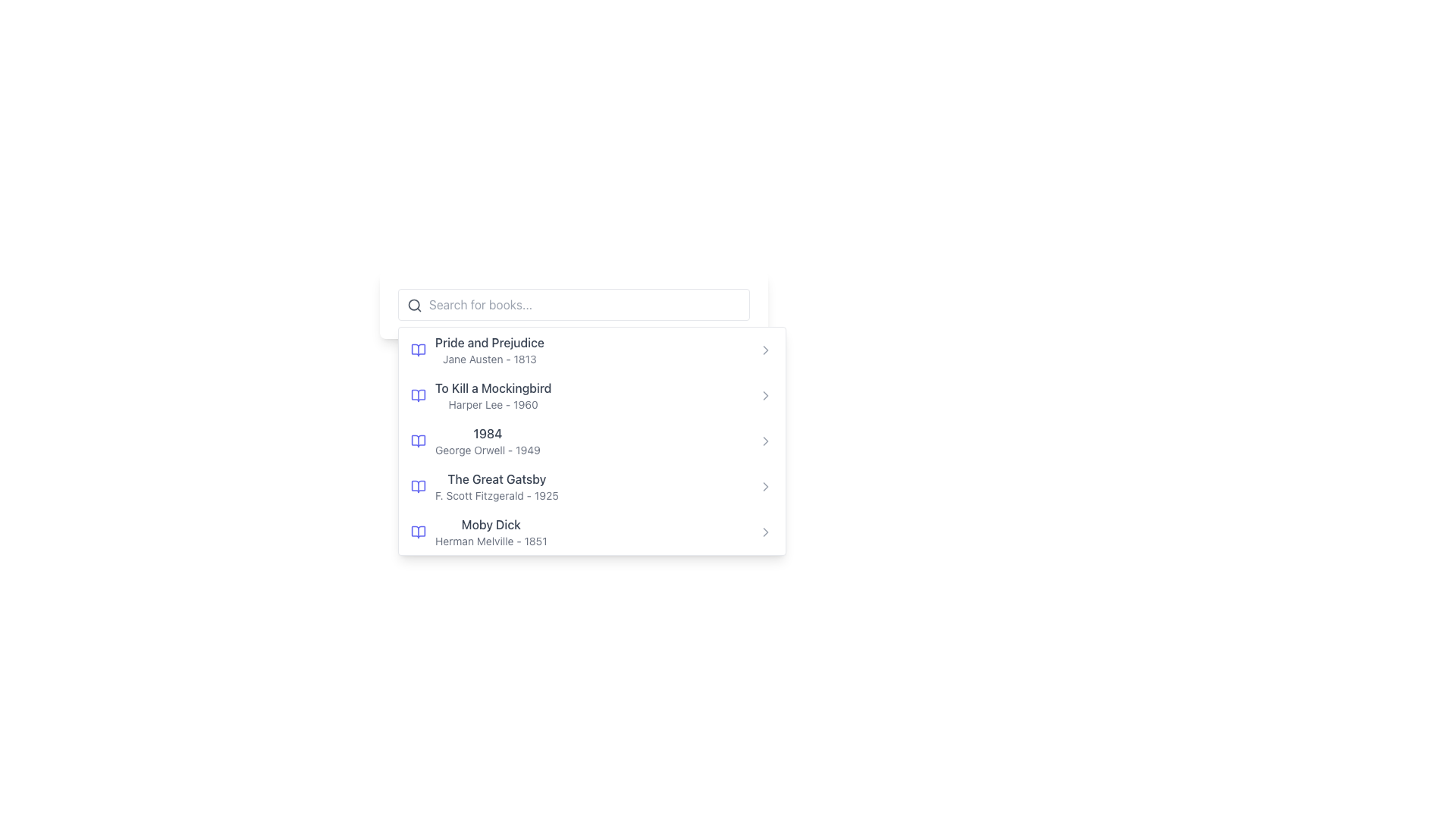 The height and width of the screenshot is (819, 1456). Describe the element at coordinates (476, 350) in the screenshot. I see `to select the list item containing the book 'Pride and Prejudice' by Jane Austen, which features an indigo open-book icon and is positioned above 'To Kill a Mockingbird'` at that location.